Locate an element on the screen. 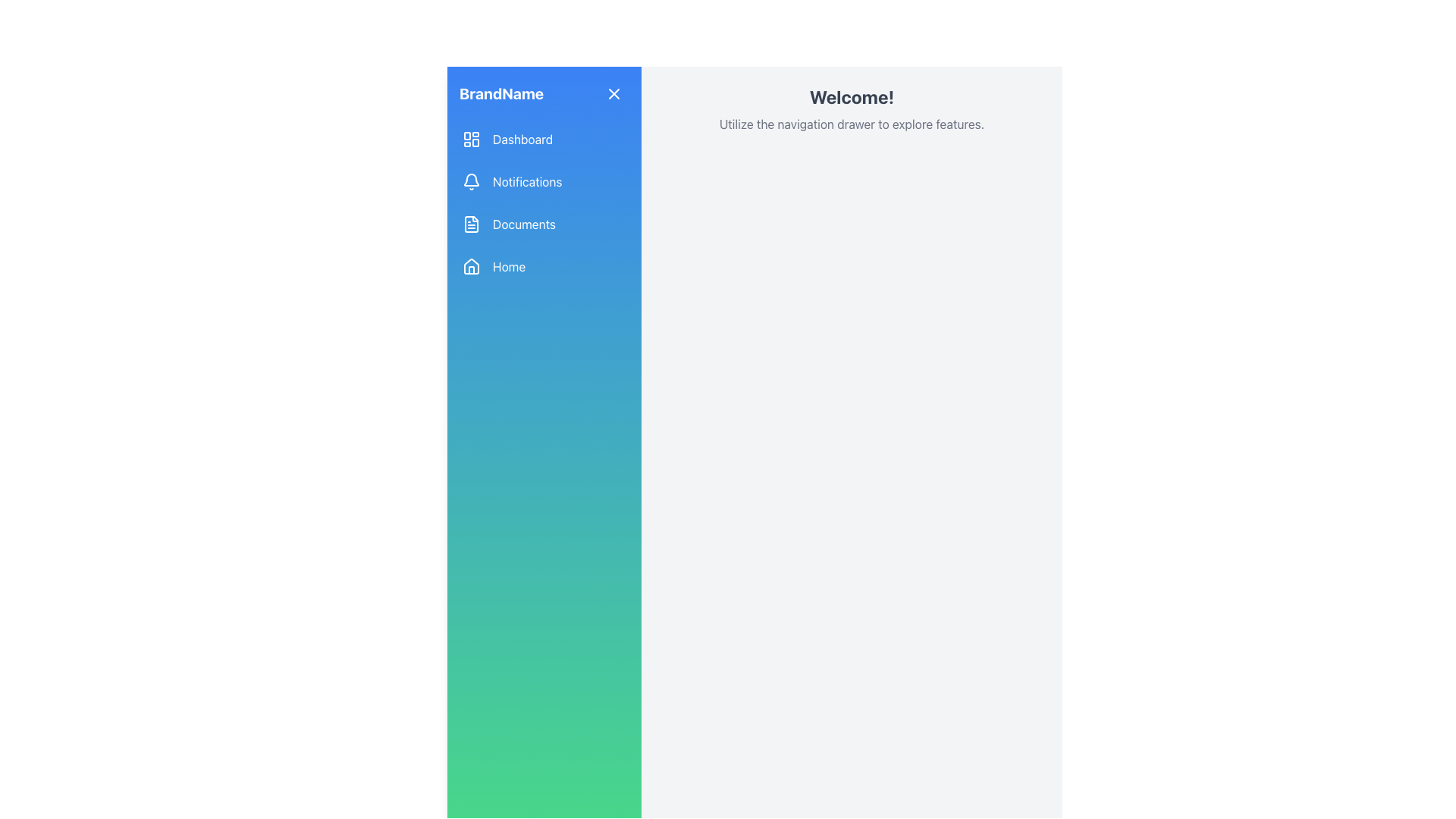 The image size is (1456, 819). the close icon located in the upper-right area of the vertical navigation bar, next to 'BrandName' is located at coordinates (614, 93).